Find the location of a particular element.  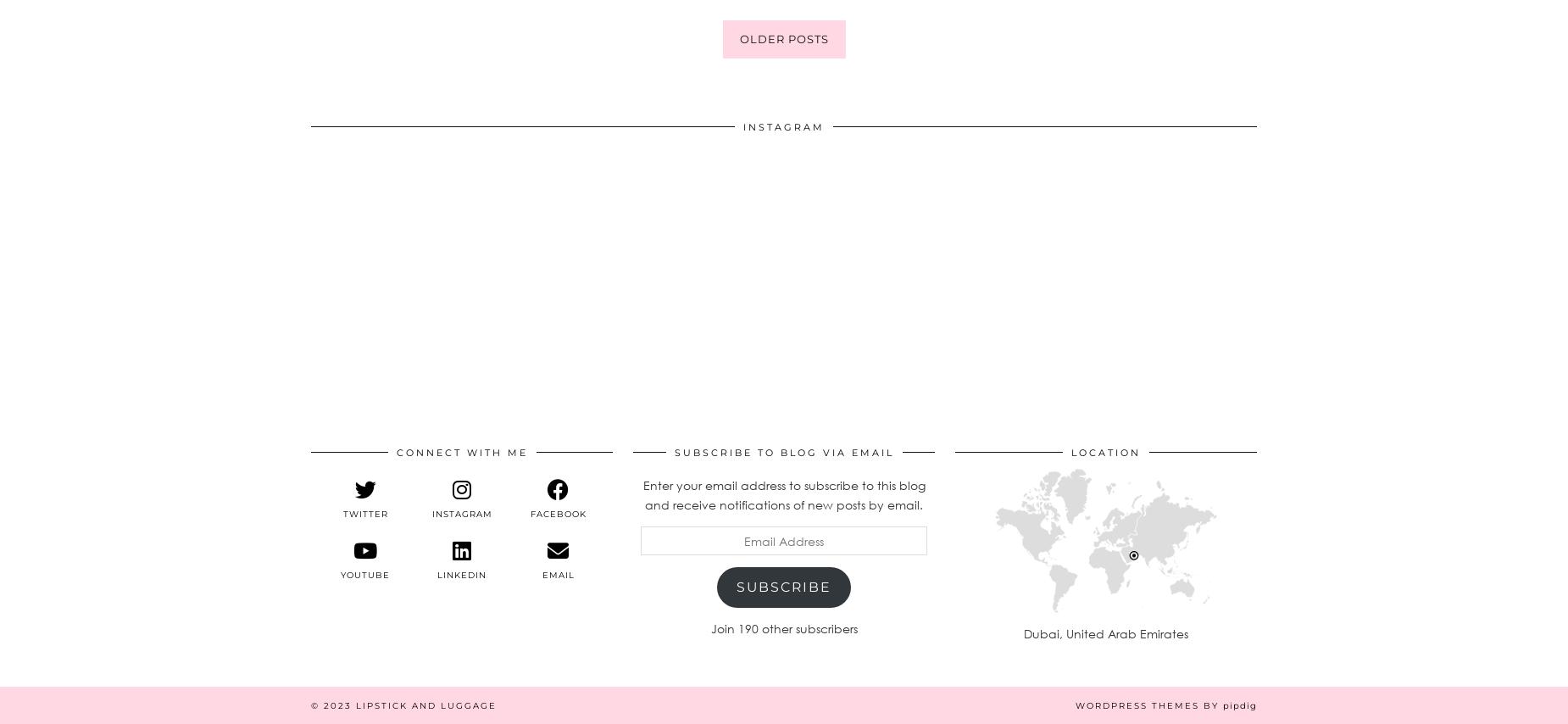

'Subscribe' is located at coordinates (784, 584).